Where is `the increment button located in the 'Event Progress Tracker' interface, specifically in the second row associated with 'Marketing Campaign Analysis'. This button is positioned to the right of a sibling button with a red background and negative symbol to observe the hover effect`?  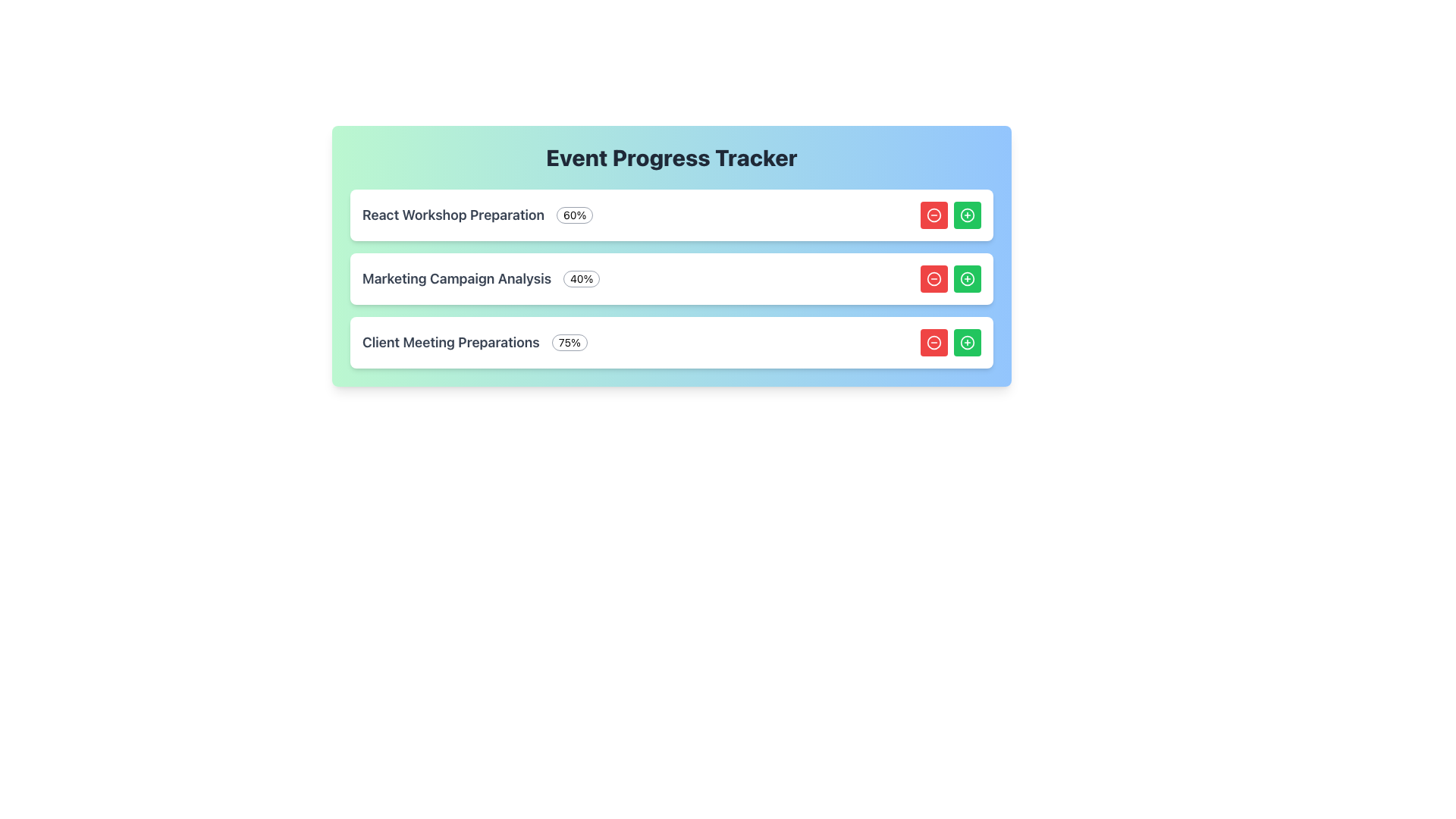
the increment button located in the 'Event Progress Tracker' interface, specifically in the second row associated with 'Marketing Campaign Analysis'. This button is positioned to the right of a sibling button with a red background and negative symbol to observe the hover effect is located at coordinates (967, 278).